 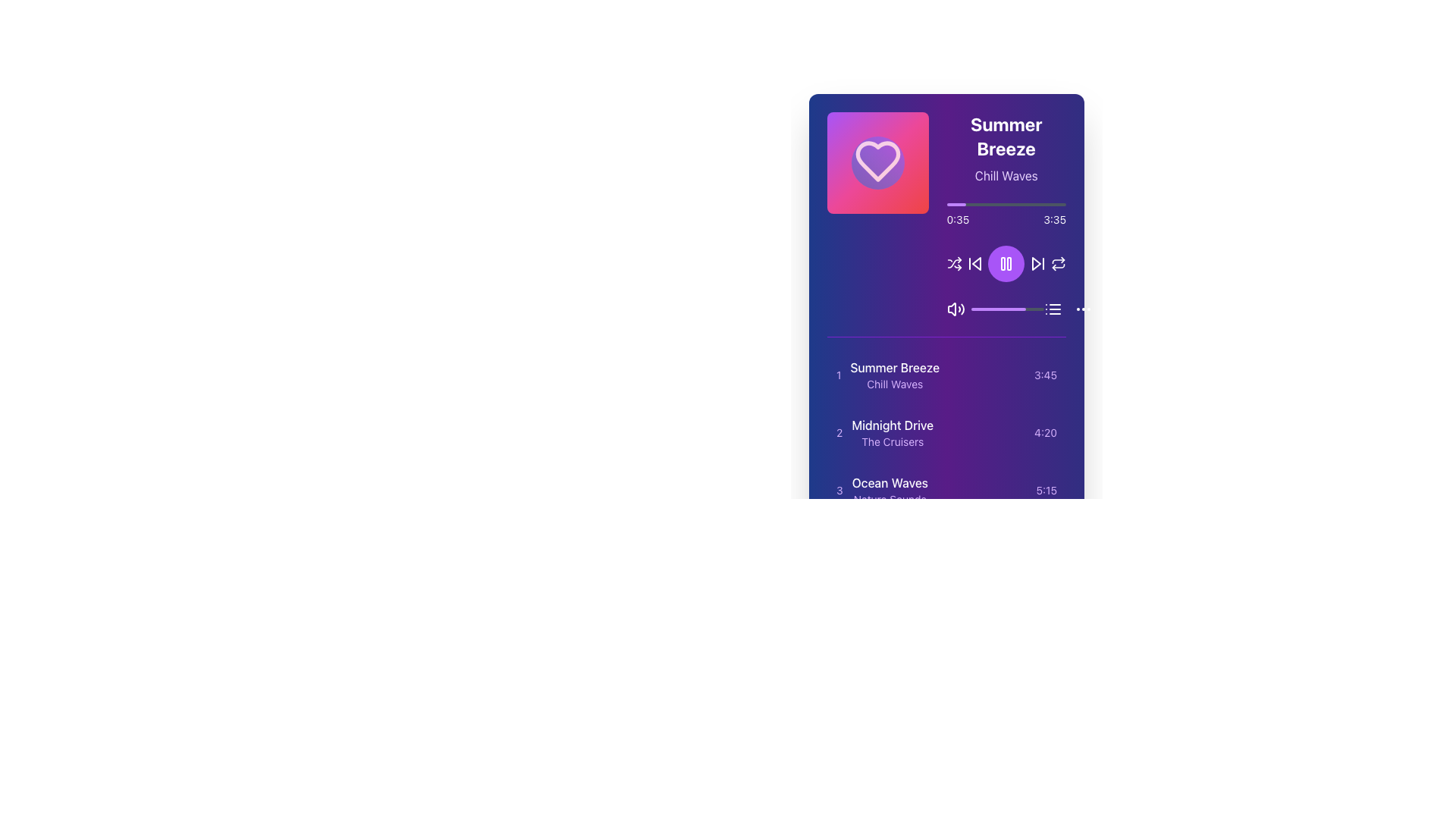 I want to click on the playback pause button located directly below the playback time indicator on the digital player interface, so click(x=1006, y=262).